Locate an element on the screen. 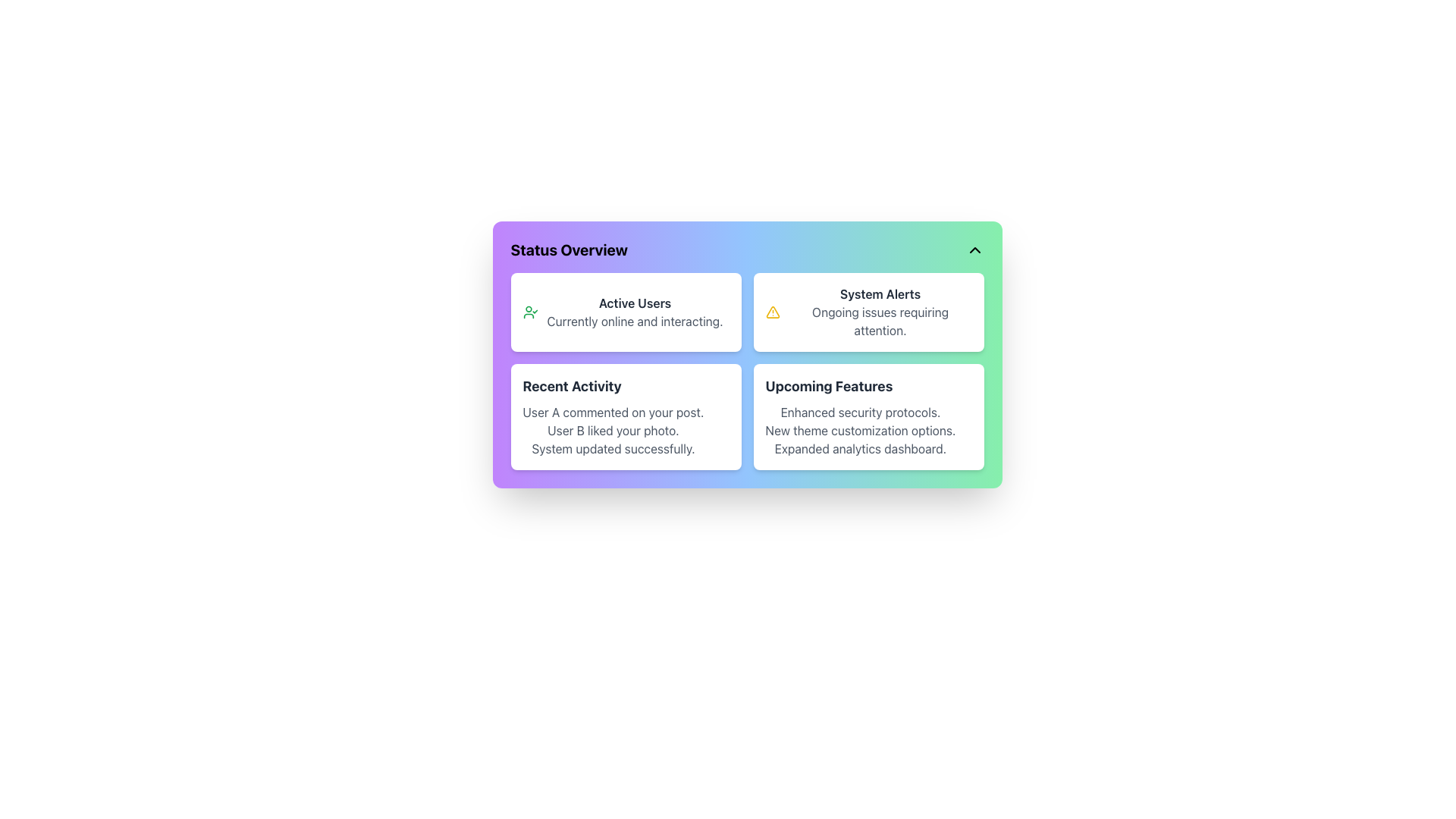 The image size is (1456, 819). the status icon indicating active users, which is located on the left side of the text content in the 'Active Users' card is located at coordinates (530, 312).